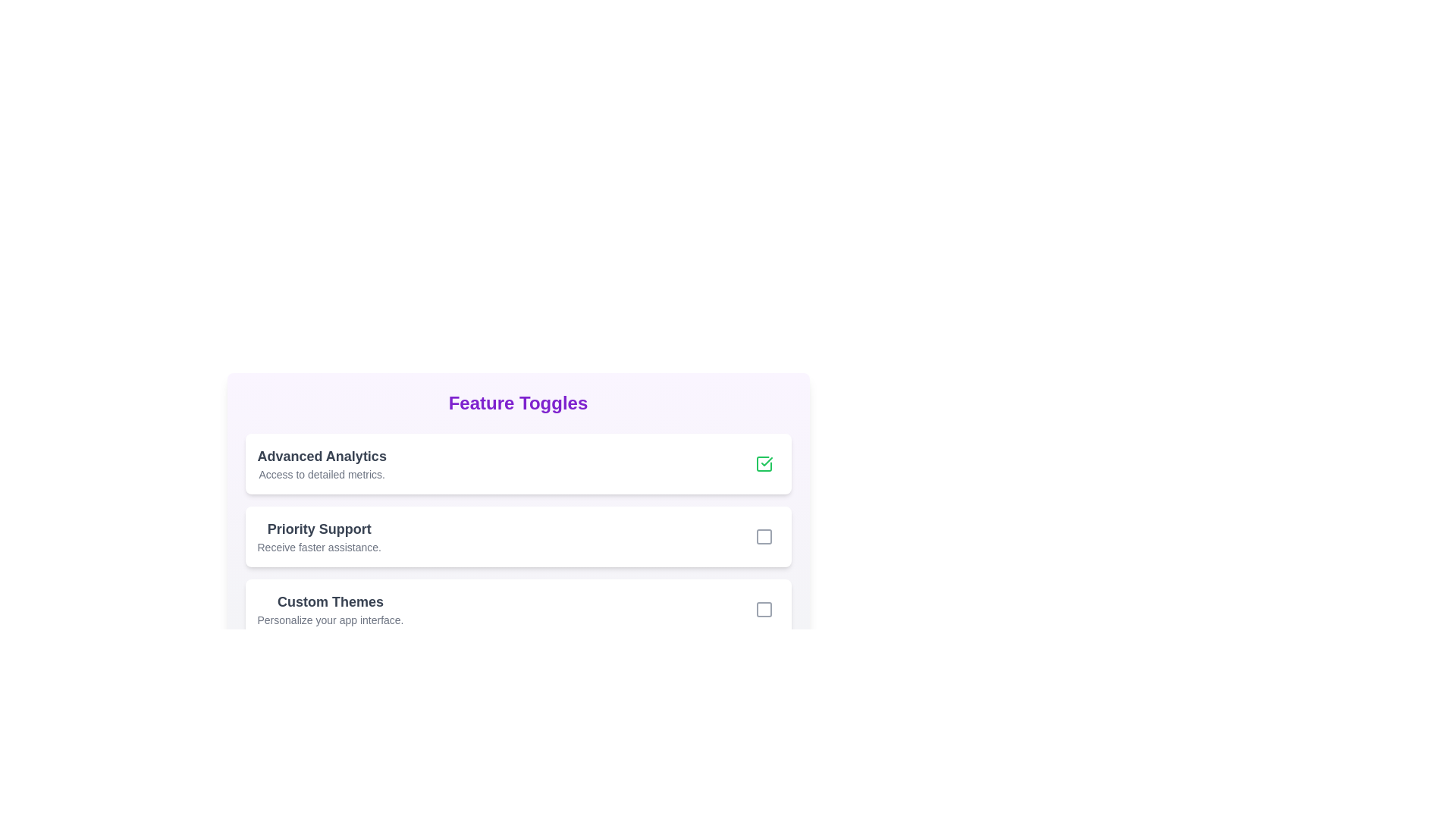 The height and width of the screenshot is (819, 1456). I want to click on the second feature tile in the 'Feature Toggles' list, which contains a checkbox for interactive selection, so click(518, 536).